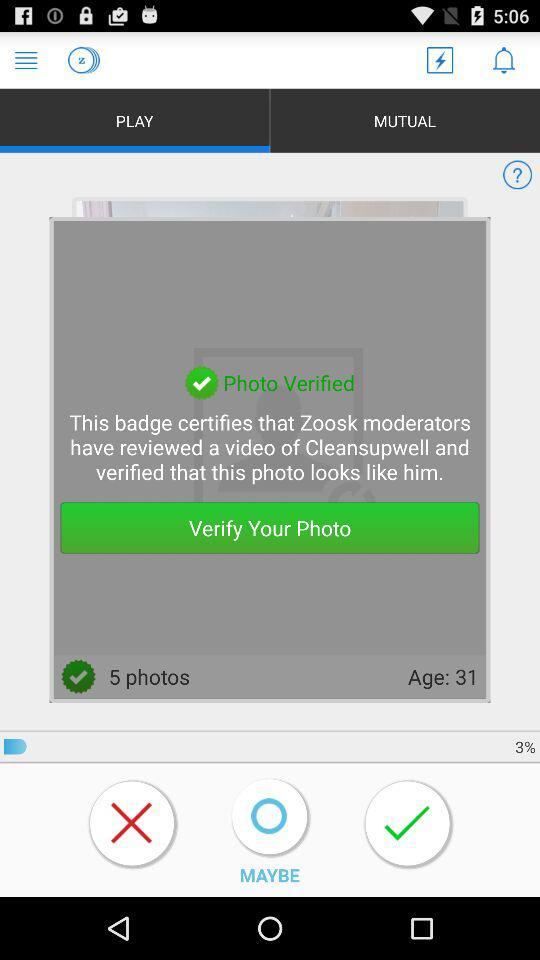  I want to click on the help icon, so click(517, 187).